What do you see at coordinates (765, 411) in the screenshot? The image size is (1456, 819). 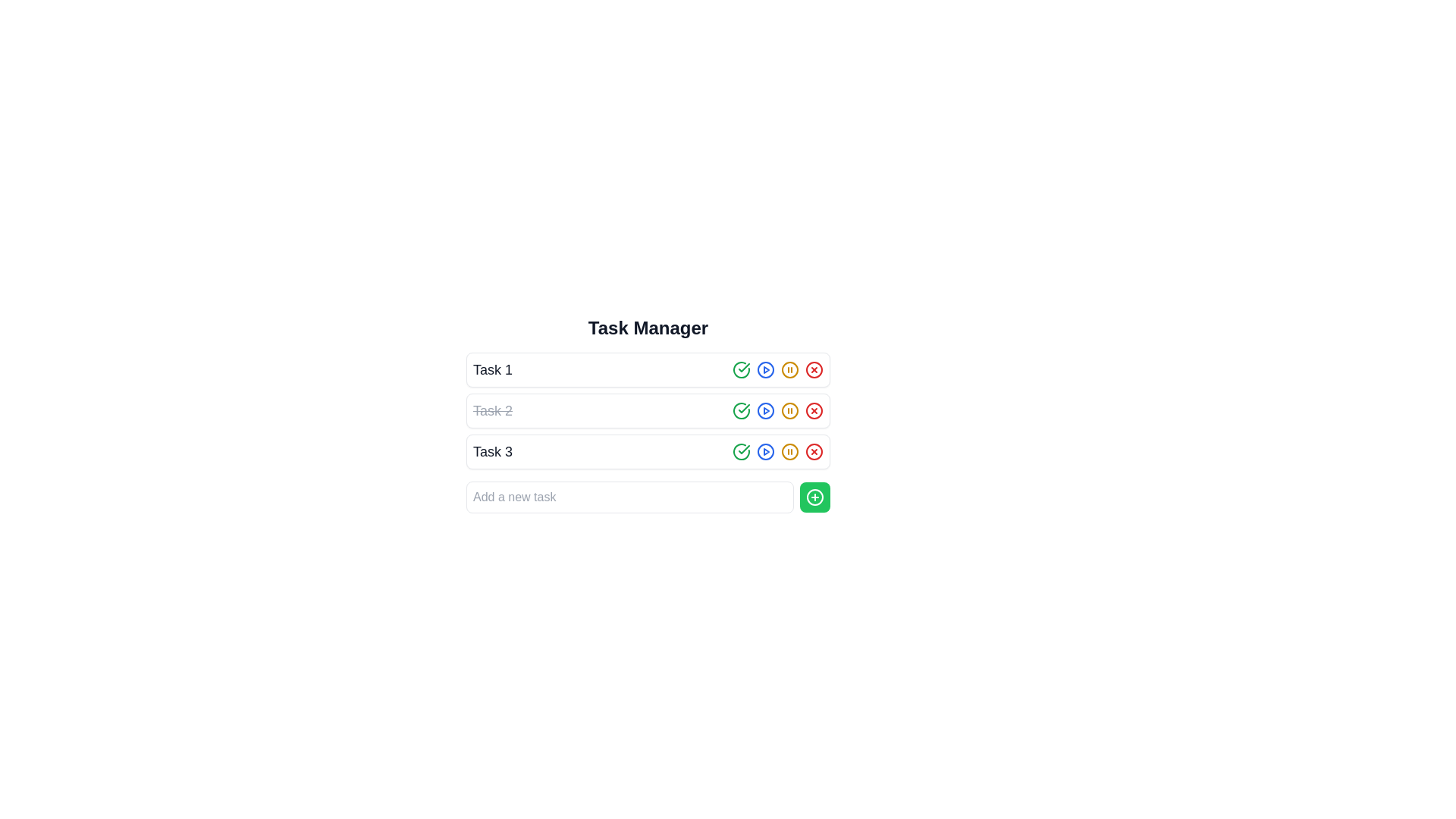 I see `the circular graphical decoration with a blue stroke color located on the right side of the row for 'Task 1'` at bounding box center [765, 411].